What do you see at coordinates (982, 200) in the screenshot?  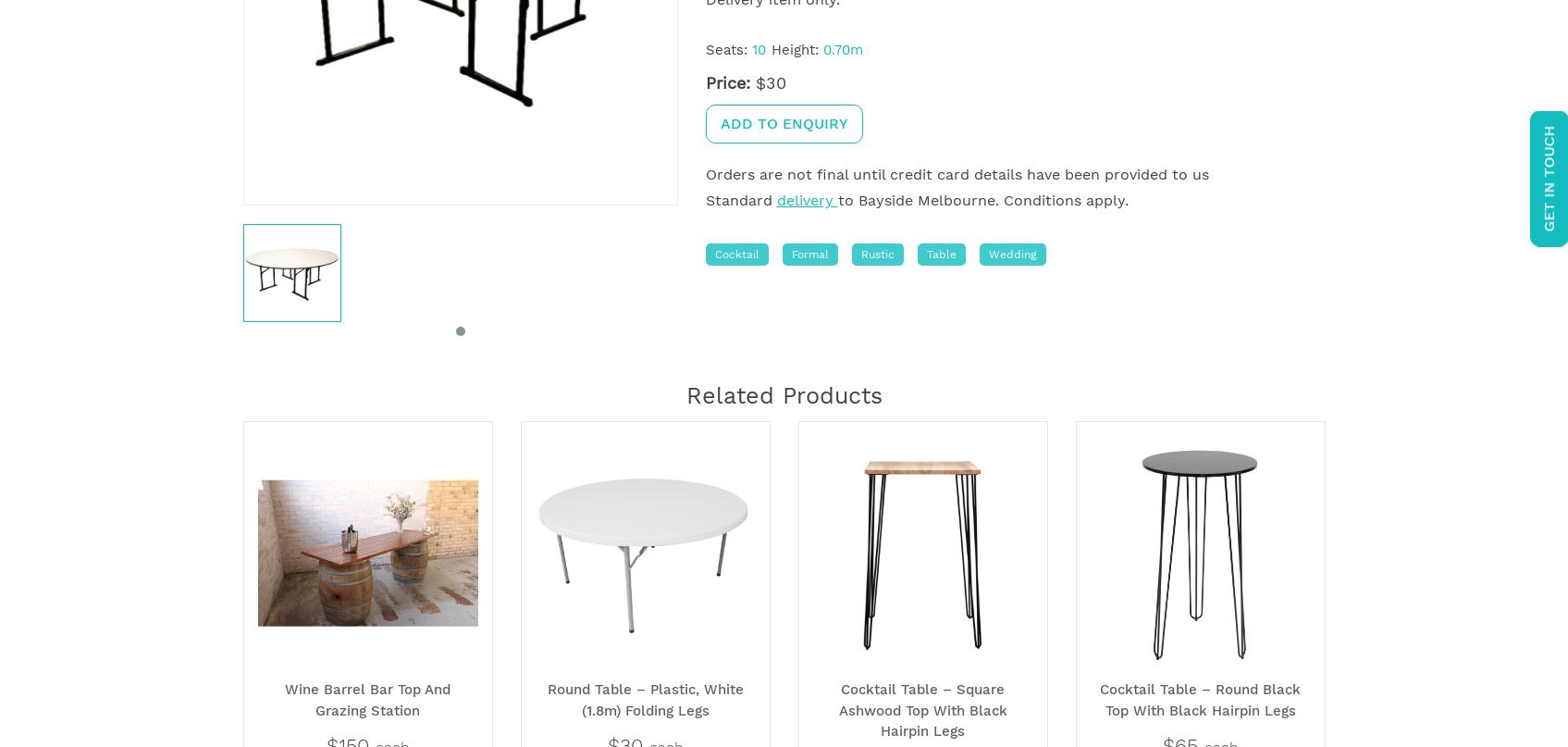 I see `'to Bayside Melbourne. Conditions apply.'` at bounding box center [982, 200].